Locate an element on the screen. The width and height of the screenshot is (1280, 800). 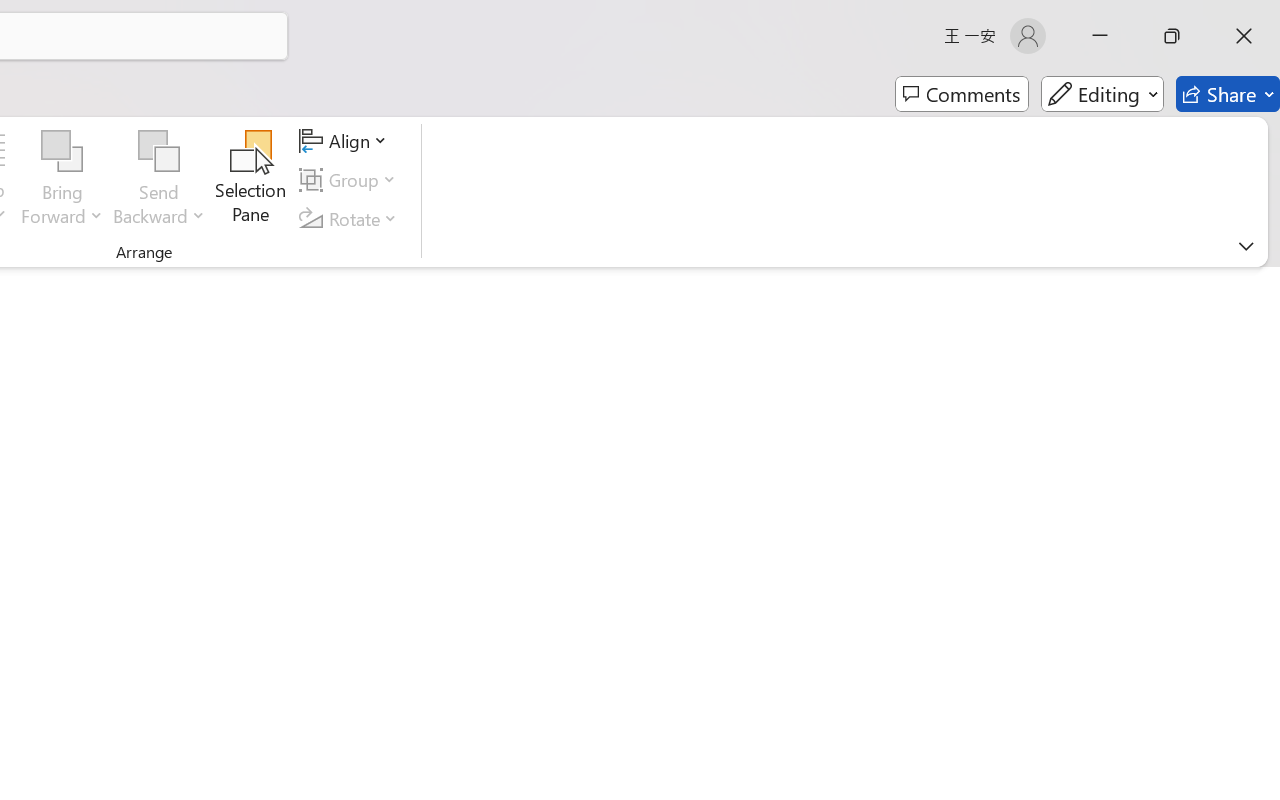
'Comments' is located at coordinates (961, 94).